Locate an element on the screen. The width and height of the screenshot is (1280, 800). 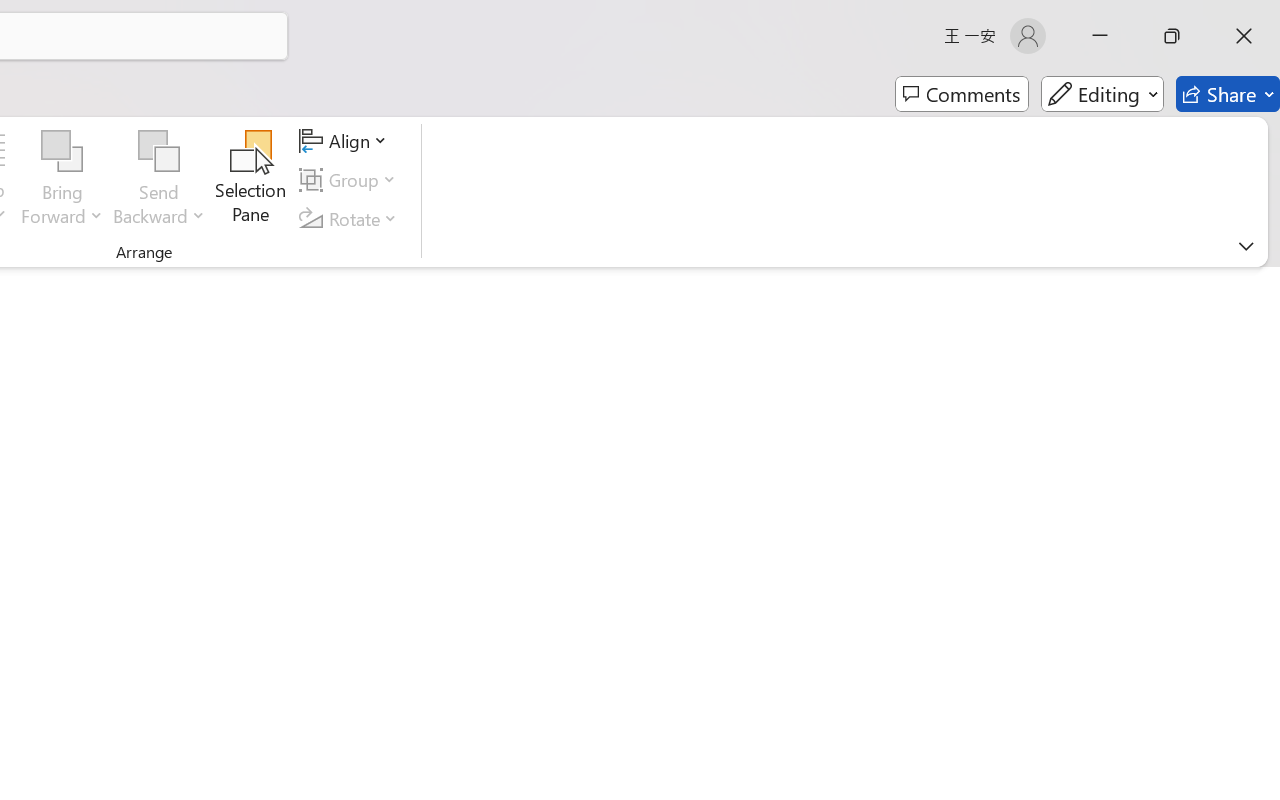
'Comments' is located at coordinates (961, 94).